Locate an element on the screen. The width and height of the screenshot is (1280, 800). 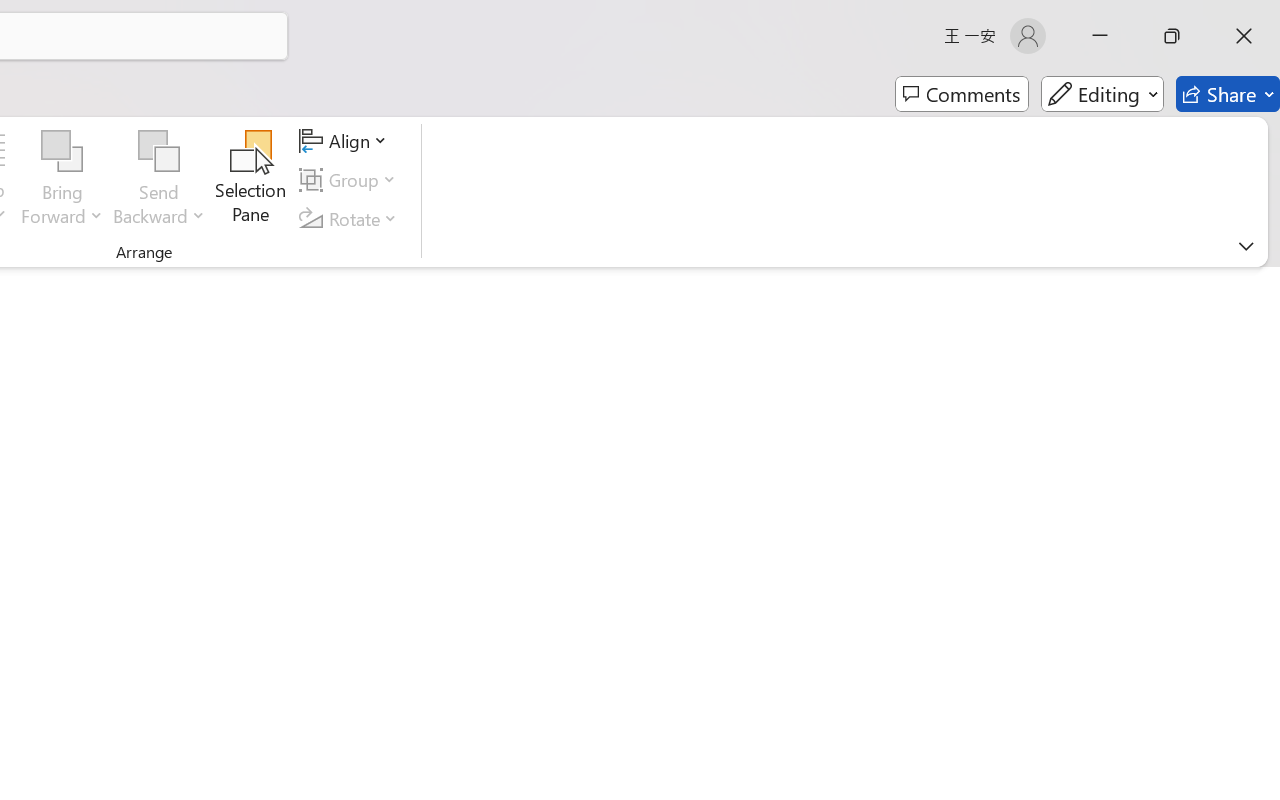
'Comments' is located at coordinates (961, 94).